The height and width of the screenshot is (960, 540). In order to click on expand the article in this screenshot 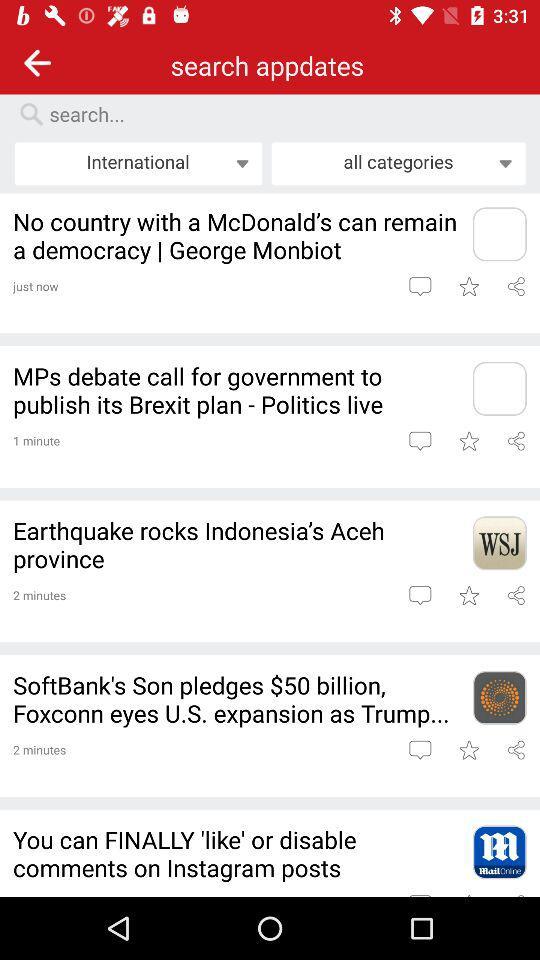, I will do `click(498, 543)`.